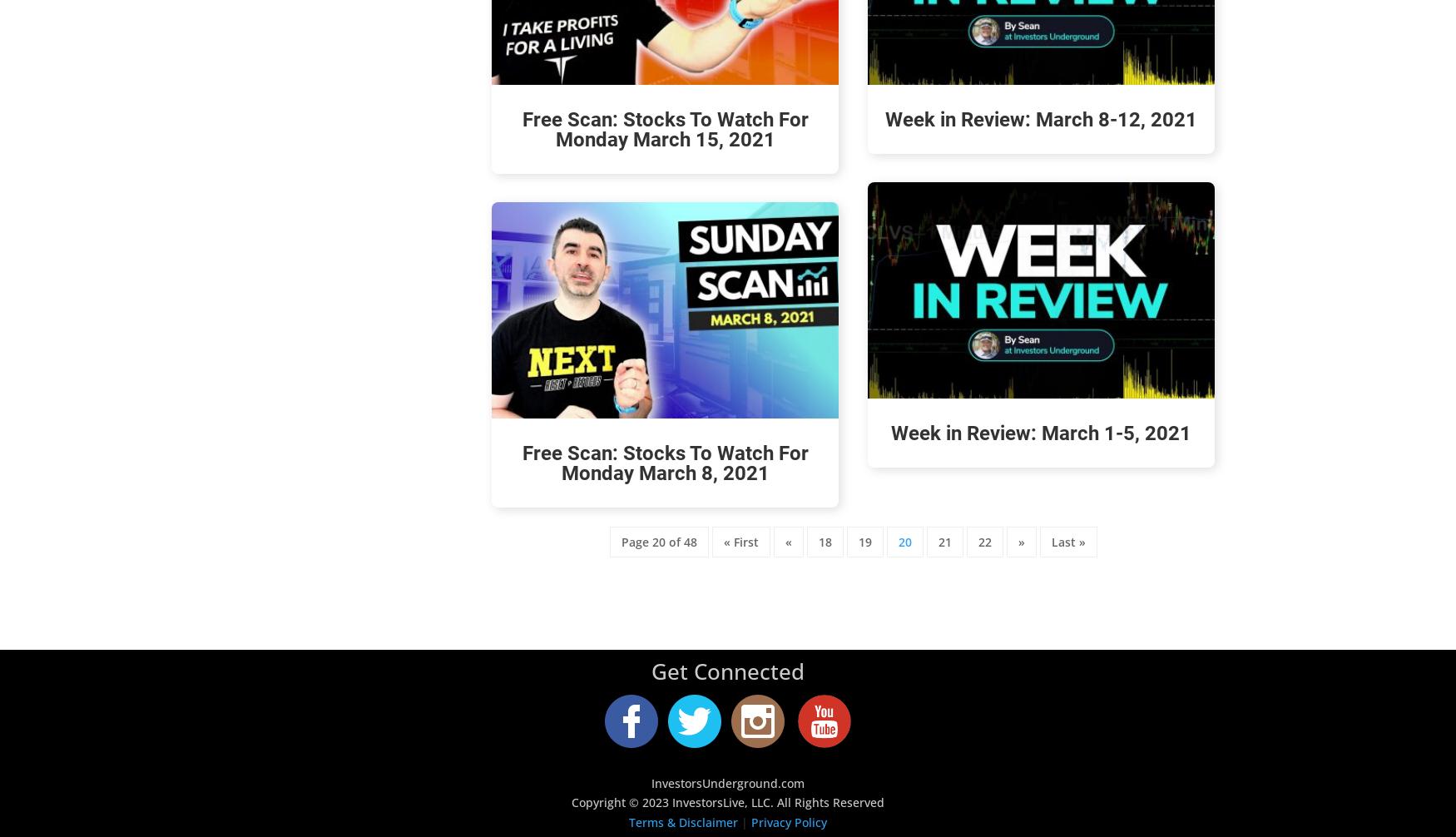 This screenshot has height=837, width=1456. Describe the element at coordinates (571, 801) in the screenshot. I see `'Copyright © 2023 InvestorsLive, LLC. All Rights Reserved'` at that location.